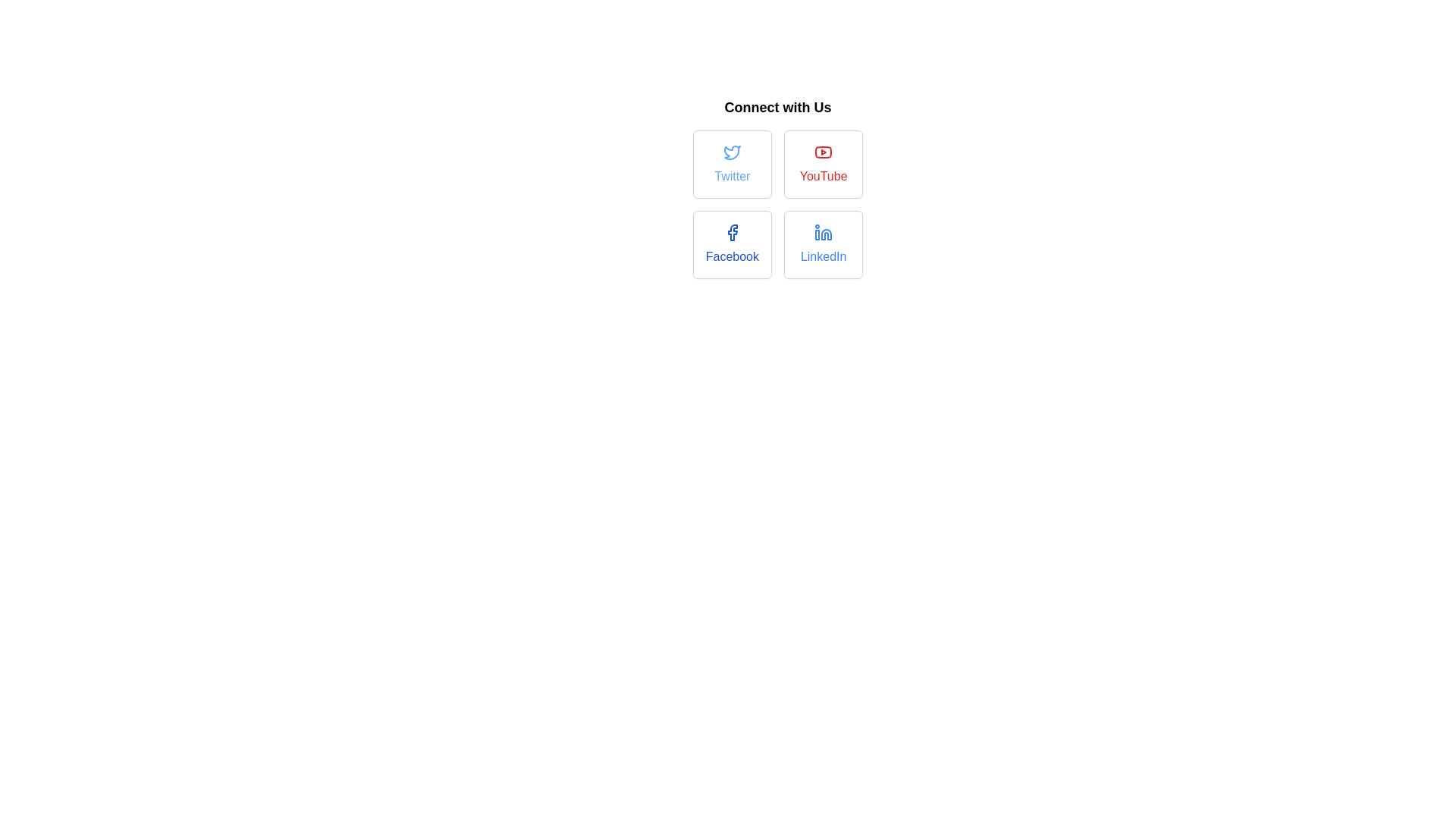 The image size is (1456, 819). Describe the element at coordinates (823, 256) in the screenshot. I see `text from the LinkedIn label located in the bottom-right box of the social media links grid, positioned below the blue LinkedIn logo icon` at that location.